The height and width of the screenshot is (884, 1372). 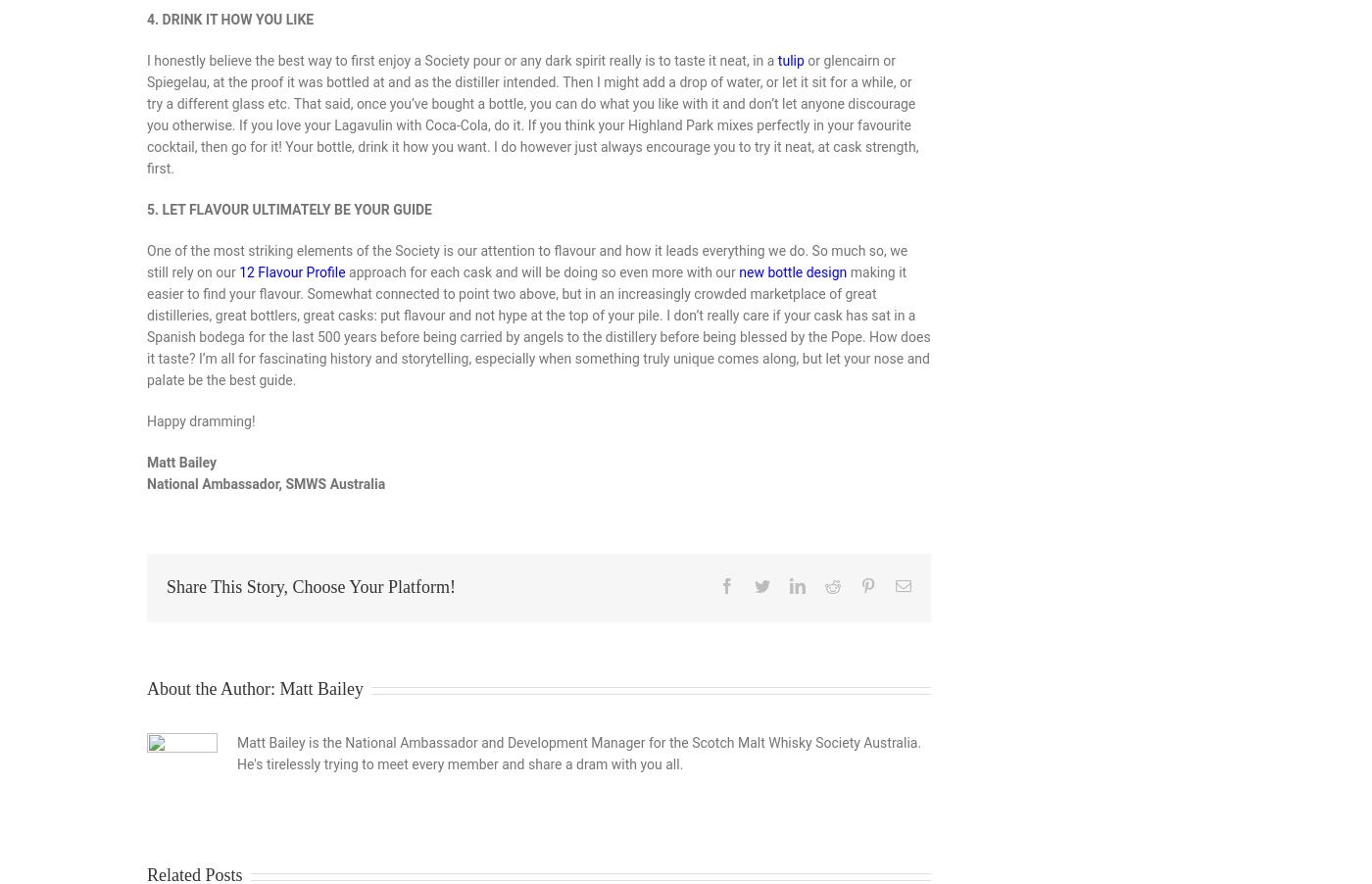 I want to click on 'approach for each cask and will be doing so even more with our', so click(x=344, y=271).